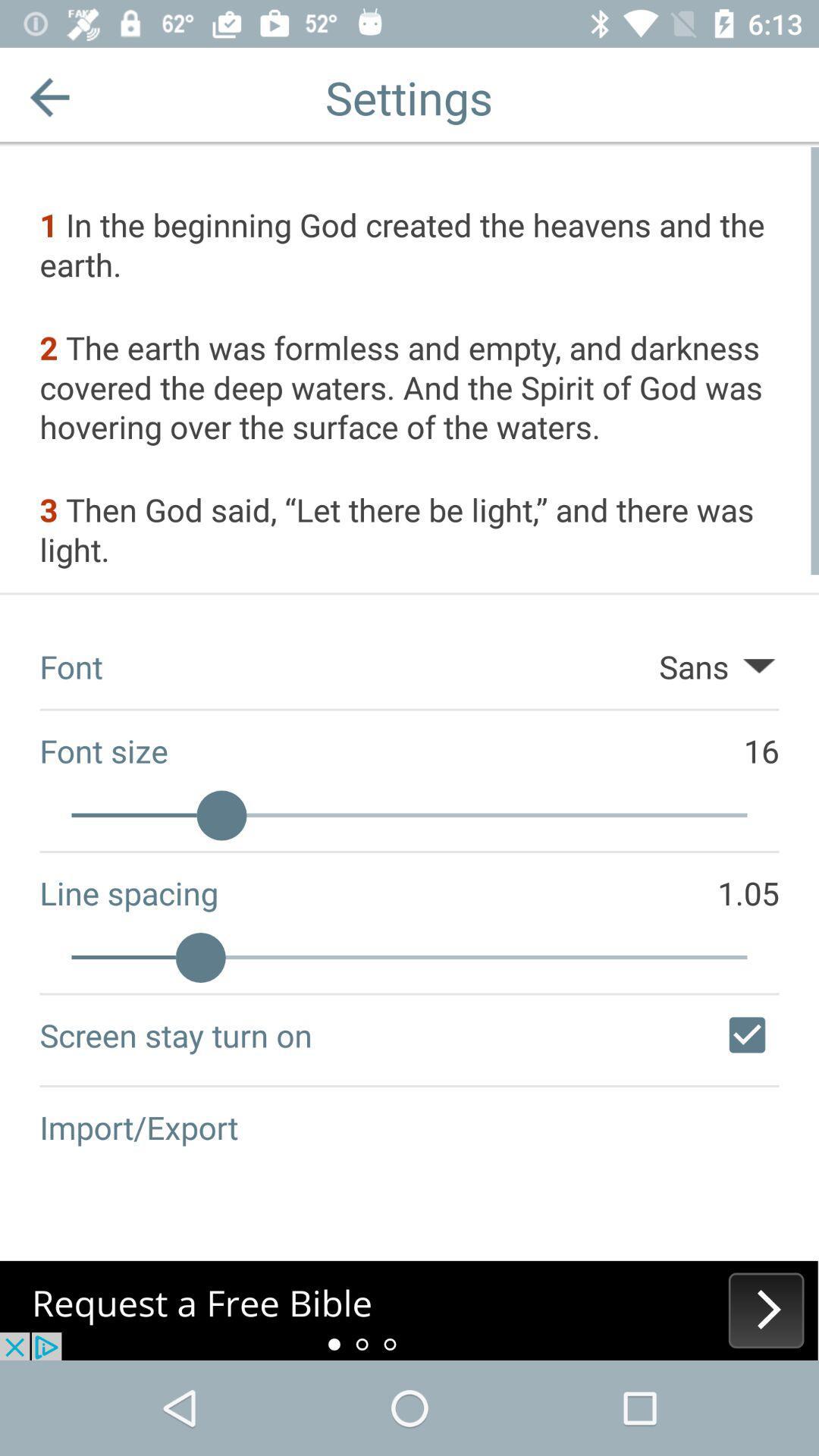 Image resolution: width=819 pixels, height=1456 pixels. I want to click on screen stay turned on off or on, so click(746, 1034).